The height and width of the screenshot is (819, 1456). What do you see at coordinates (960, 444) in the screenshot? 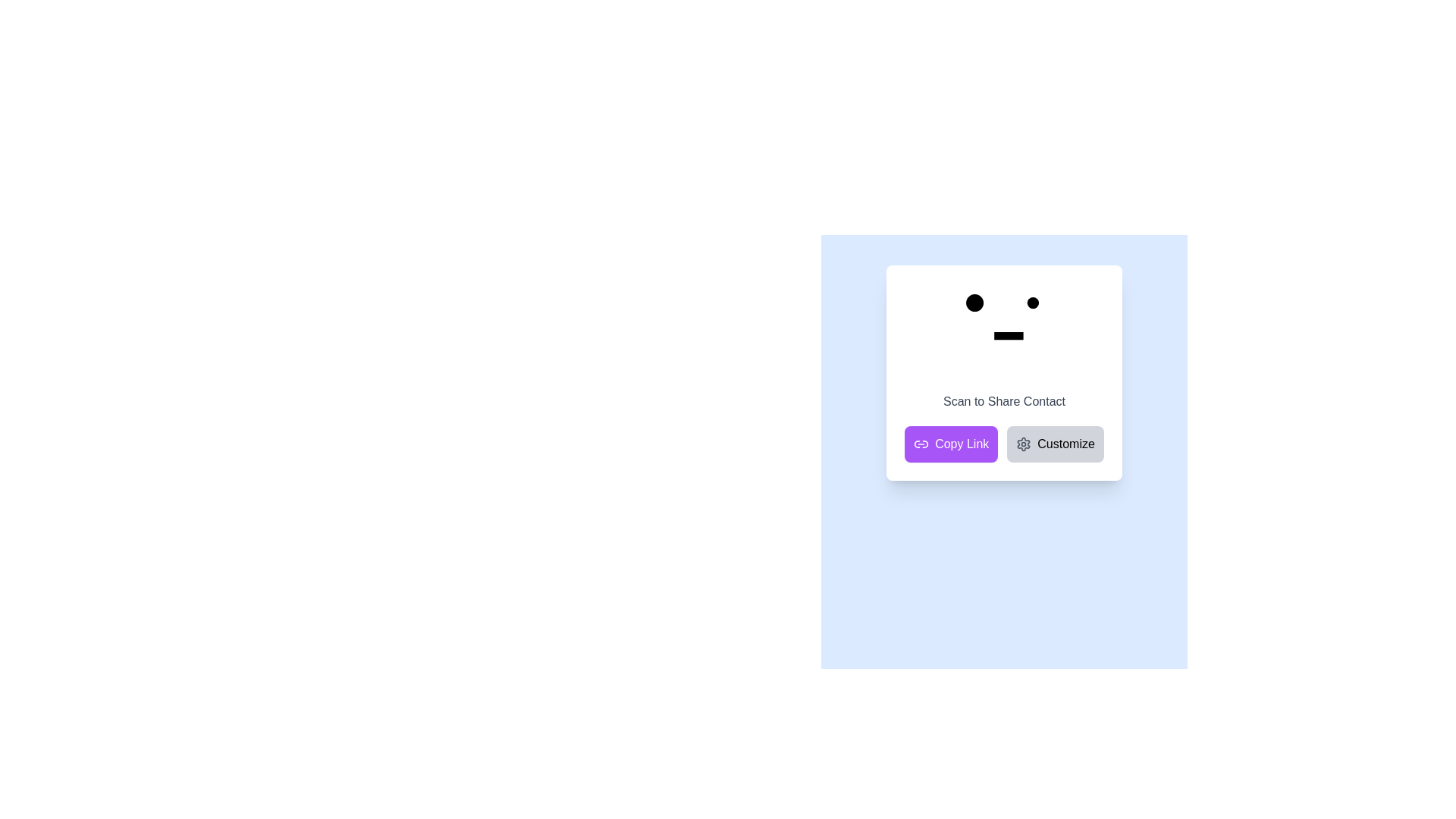
I see `the 'Copy Link' button located in the bottom left-hand corner of the card interface to copy the link` at bounding box center [960, 444].